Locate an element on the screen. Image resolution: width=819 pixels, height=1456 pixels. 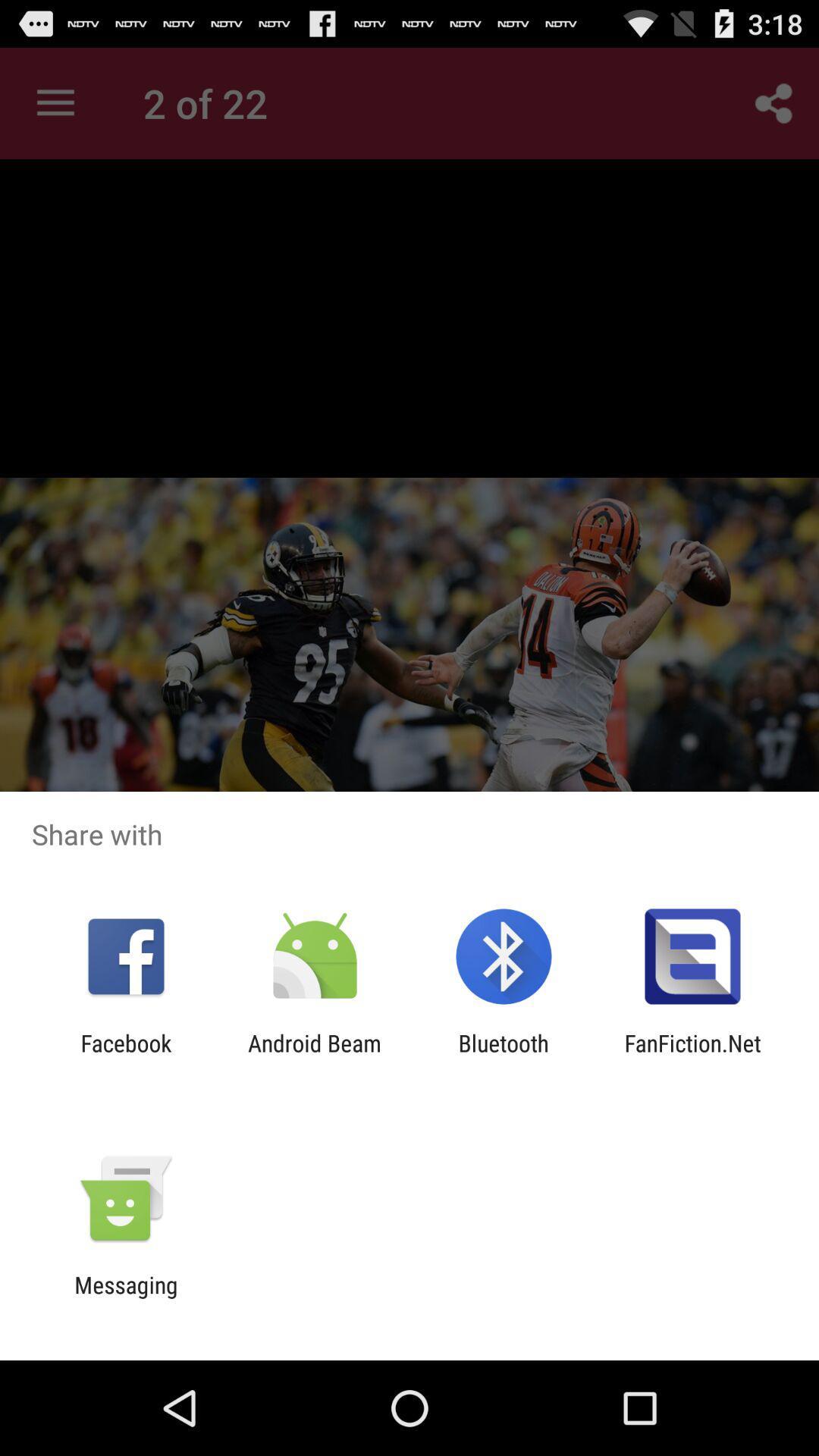
fanfiction.net item is located at coordinates (692, 1056).